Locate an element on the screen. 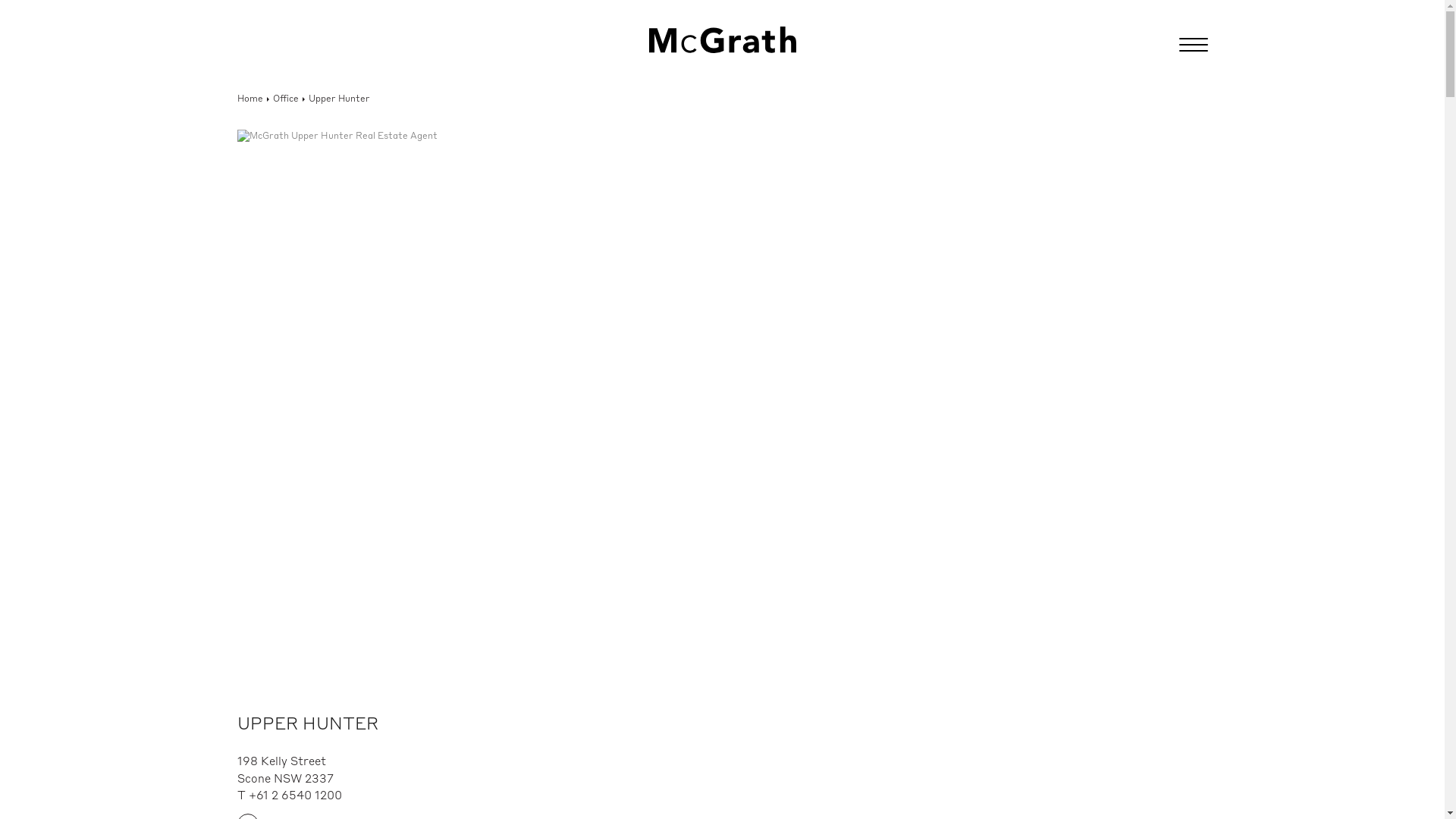  'Upper Hunter' is located at coordinates (307, 99).